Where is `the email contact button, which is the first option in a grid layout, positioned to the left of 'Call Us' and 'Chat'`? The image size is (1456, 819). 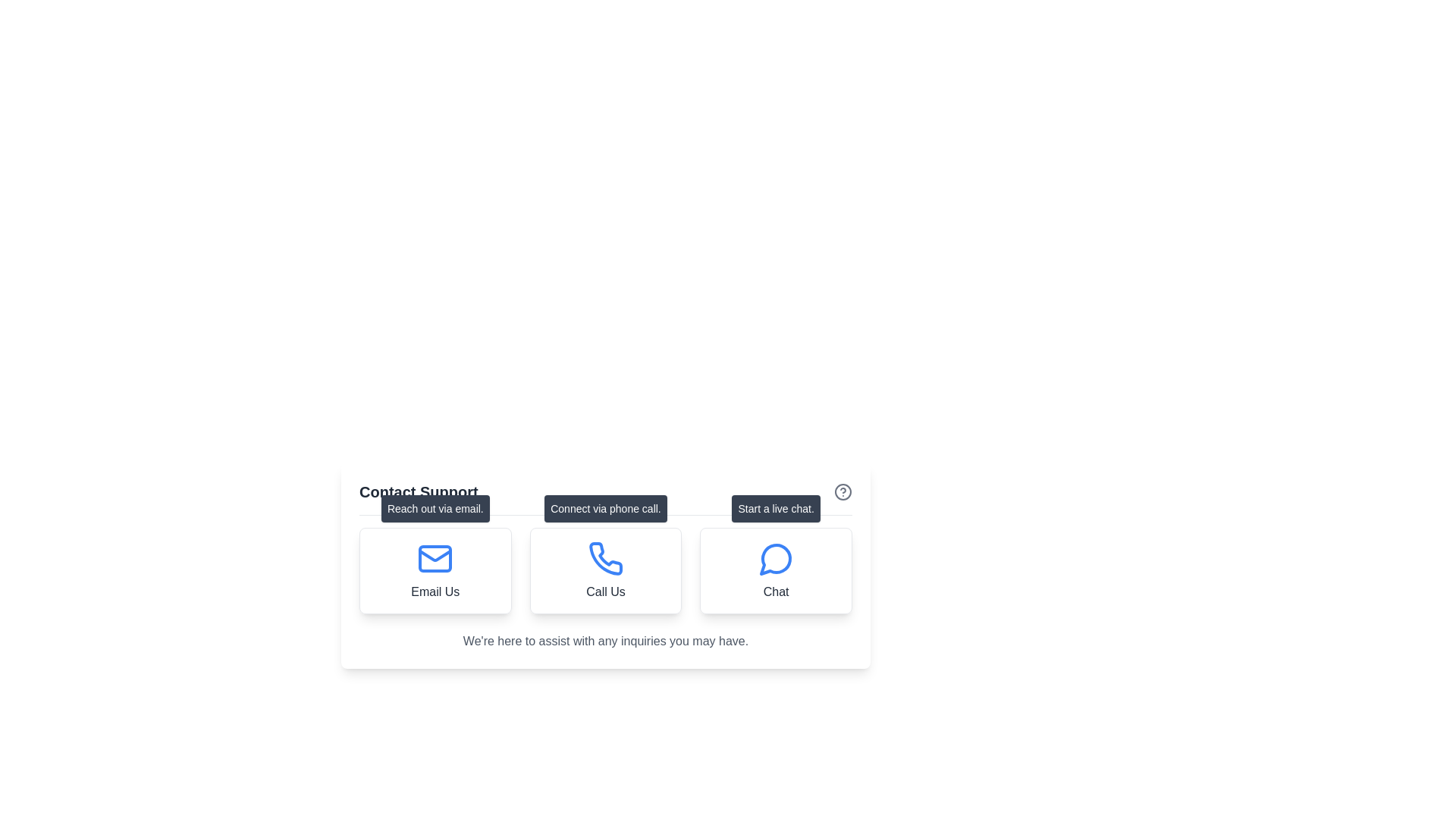
the email contact button, which is the first option in a grid layout, positioned to the left of 'Call Us' and 'Chat' is located at coordinates (435, 570).